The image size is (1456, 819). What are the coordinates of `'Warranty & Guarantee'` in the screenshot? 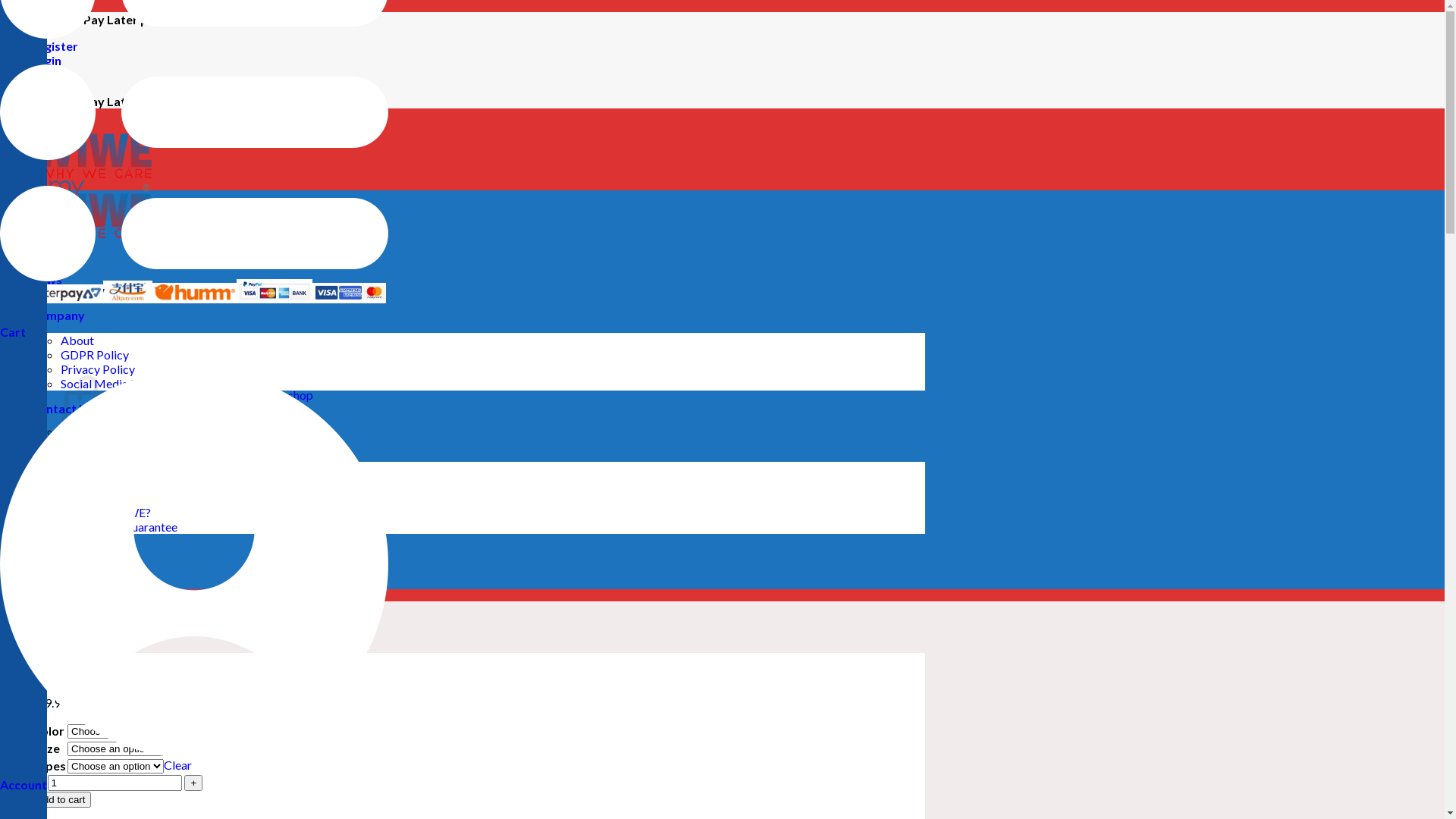 It's located at (118, 526).